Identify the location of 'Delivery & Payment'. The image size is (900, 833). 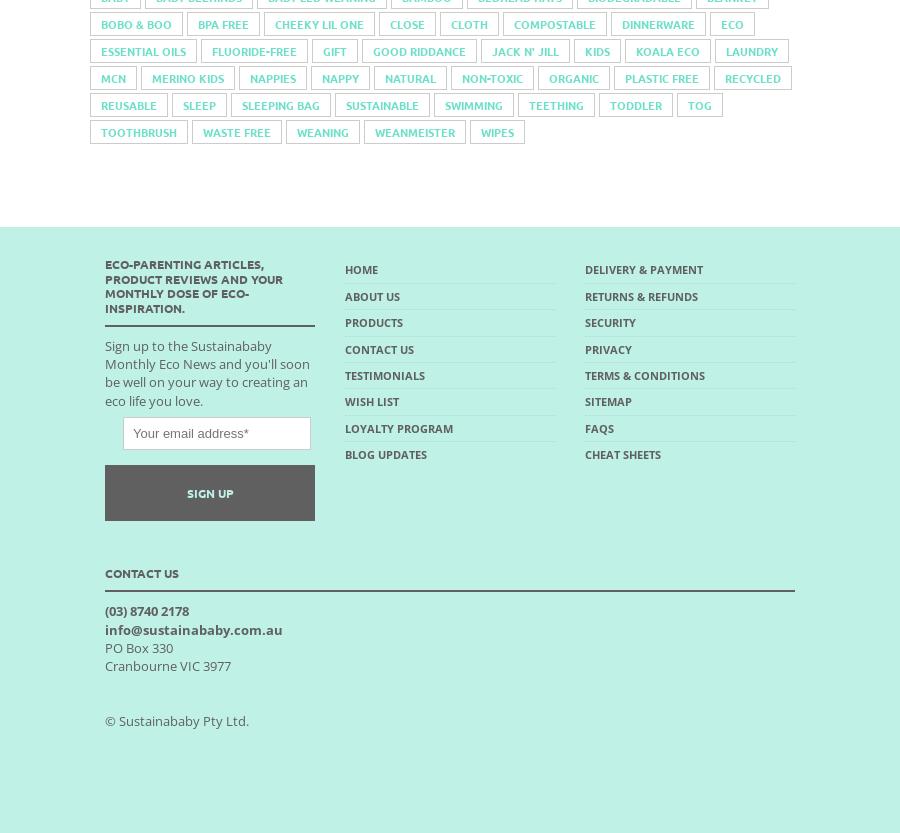
(644, 269).